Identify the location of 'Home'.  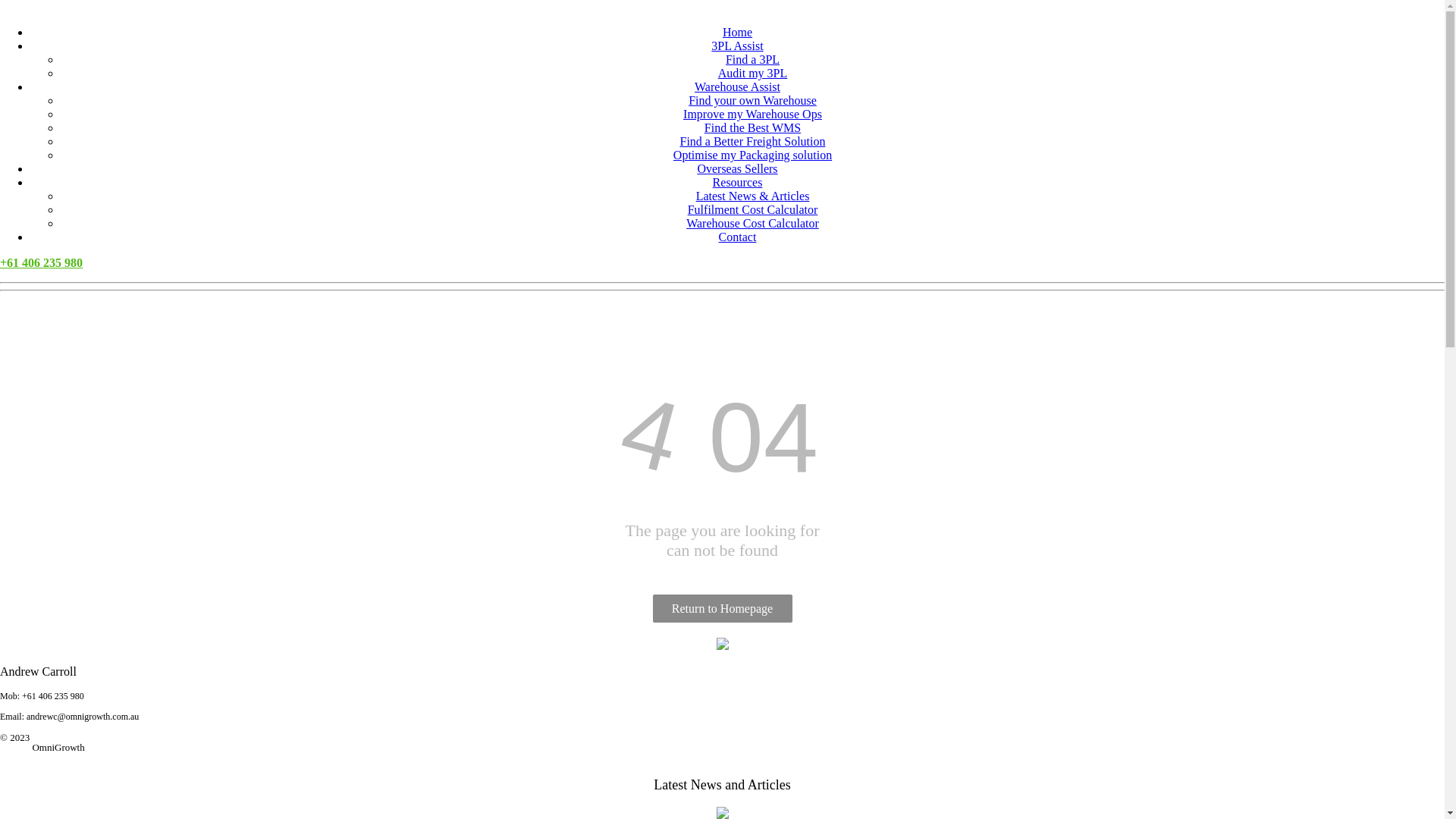
(737, 32).